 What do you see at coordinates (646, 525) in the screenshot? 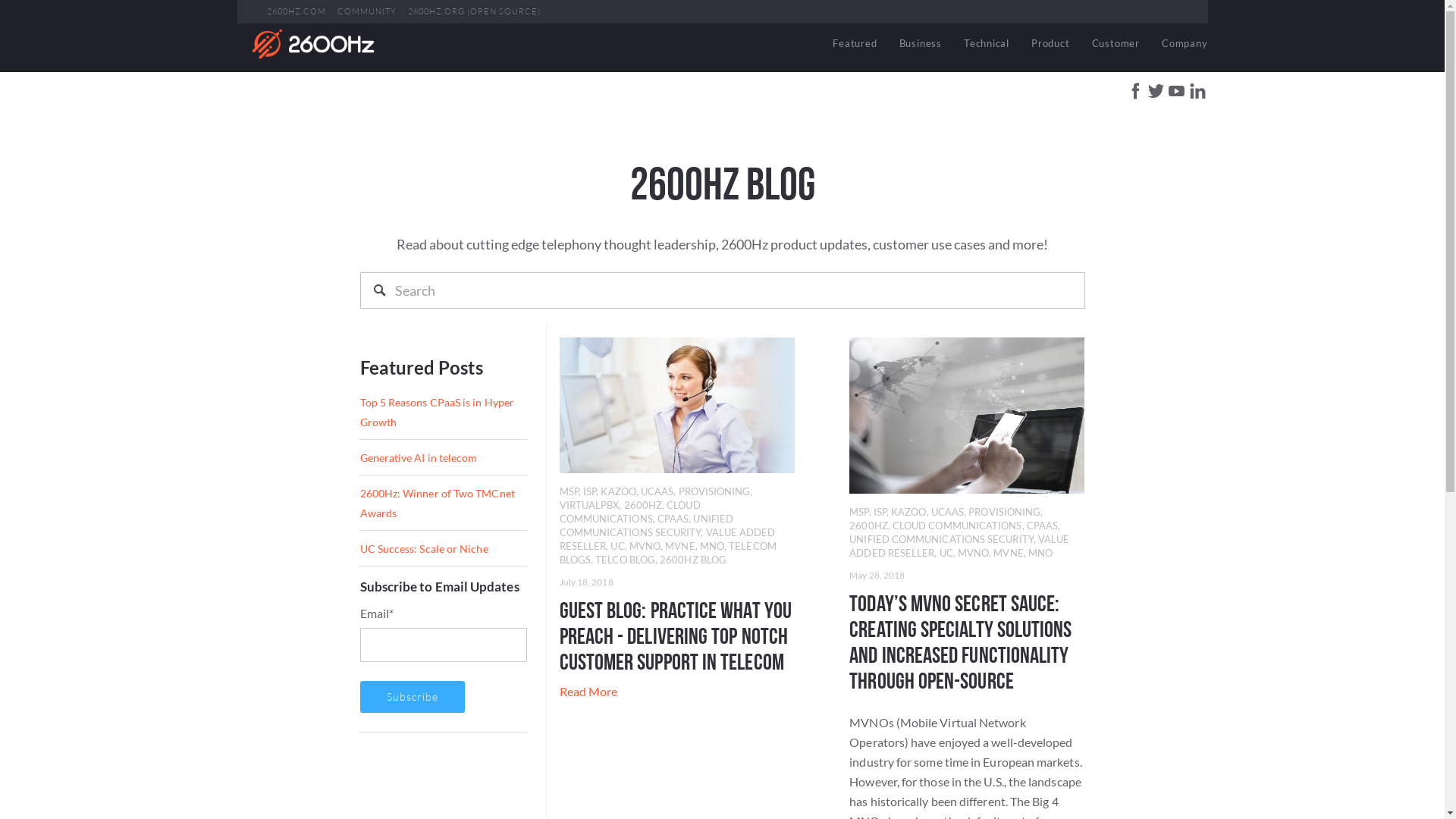
I see `'UNIFIED COMMUNICATIONS SECURITY'` at bounding box center [646, 525].